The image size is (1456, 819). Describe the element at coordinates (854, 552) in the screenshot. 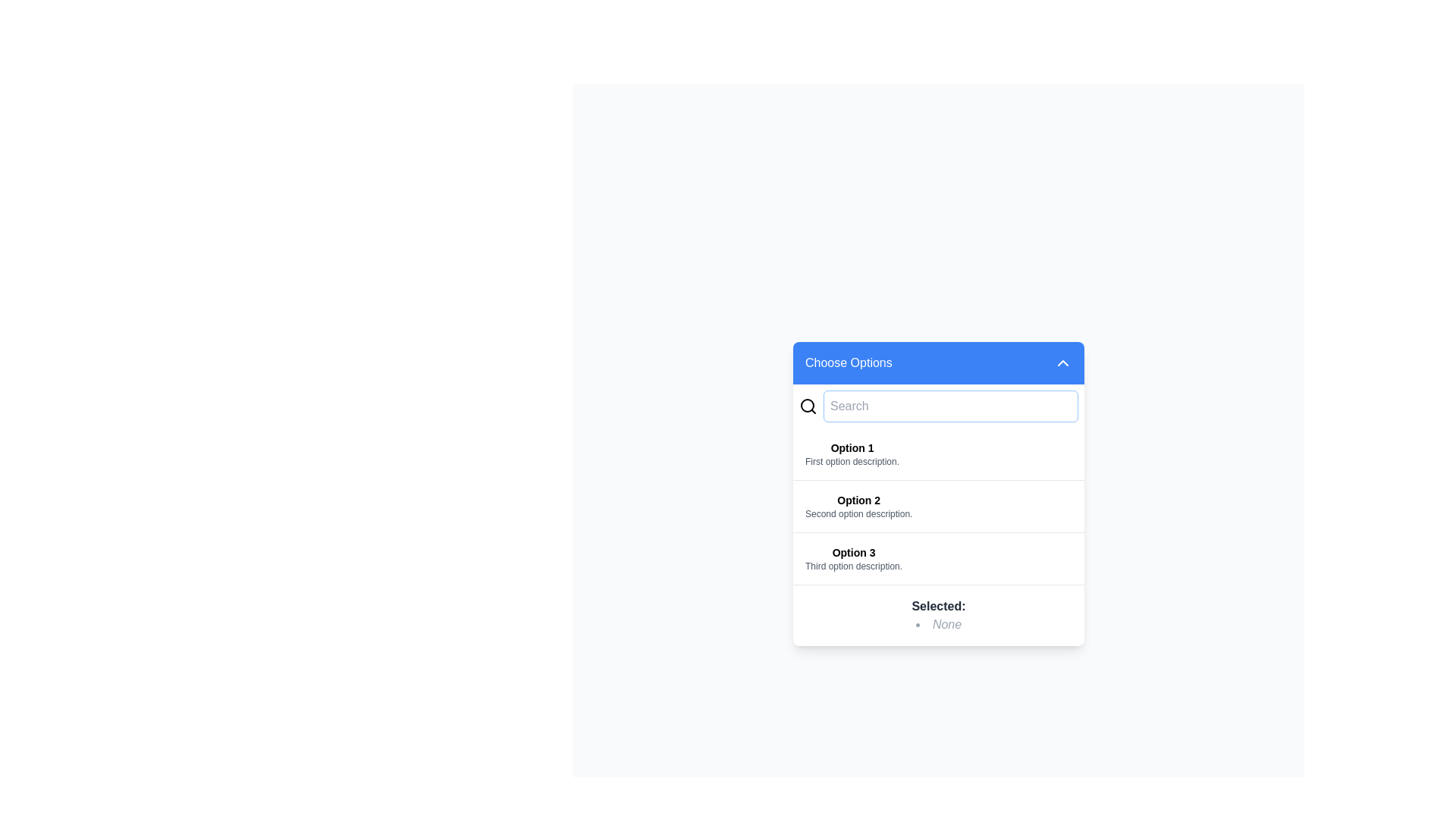

I see `the static text label displaying 'Option 3', which is bold-styled and positioned as the third entry in a list of selectable options` at that location.